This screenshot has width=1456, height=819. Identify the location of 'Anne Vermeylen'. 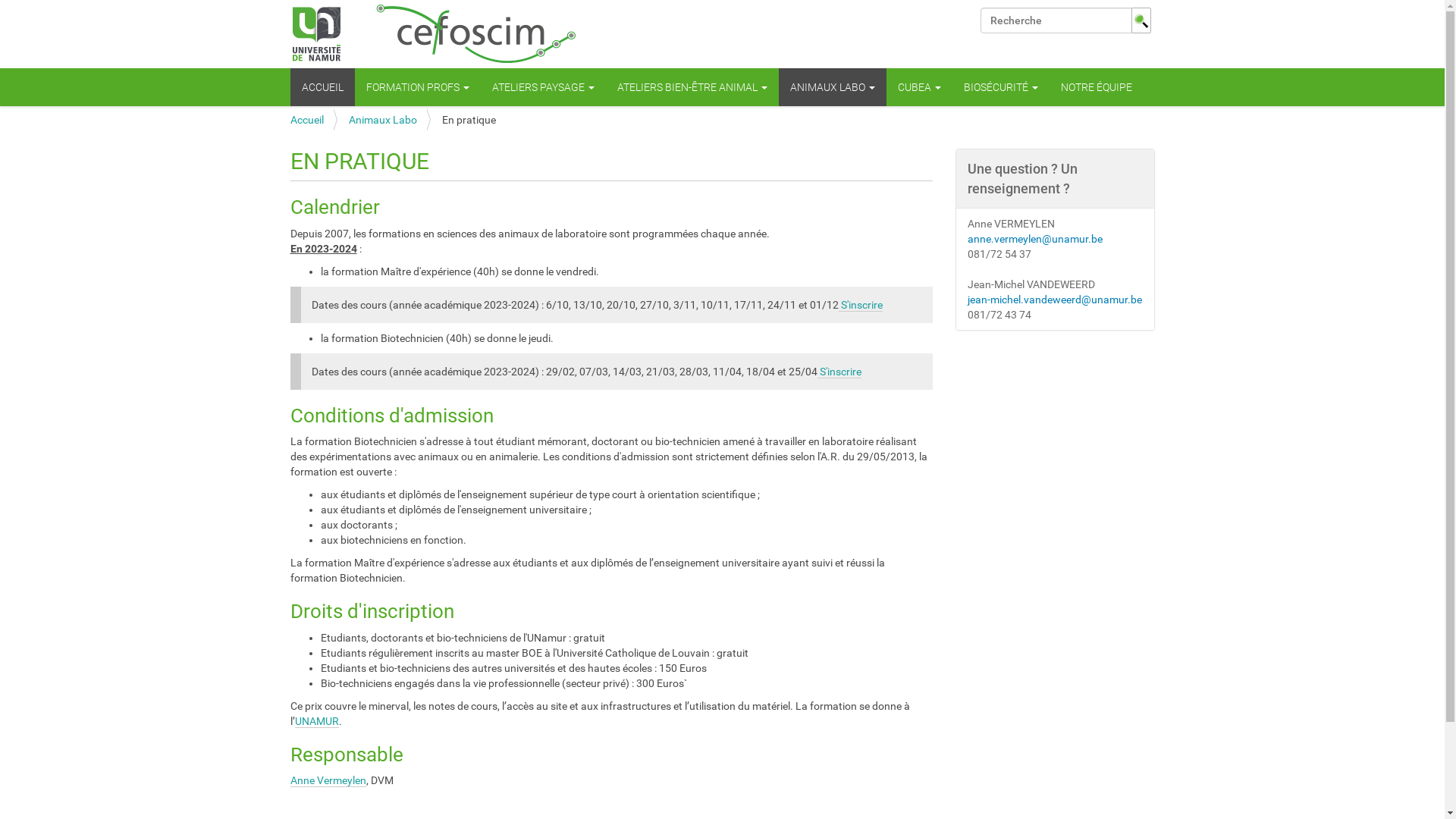
(327, 780).